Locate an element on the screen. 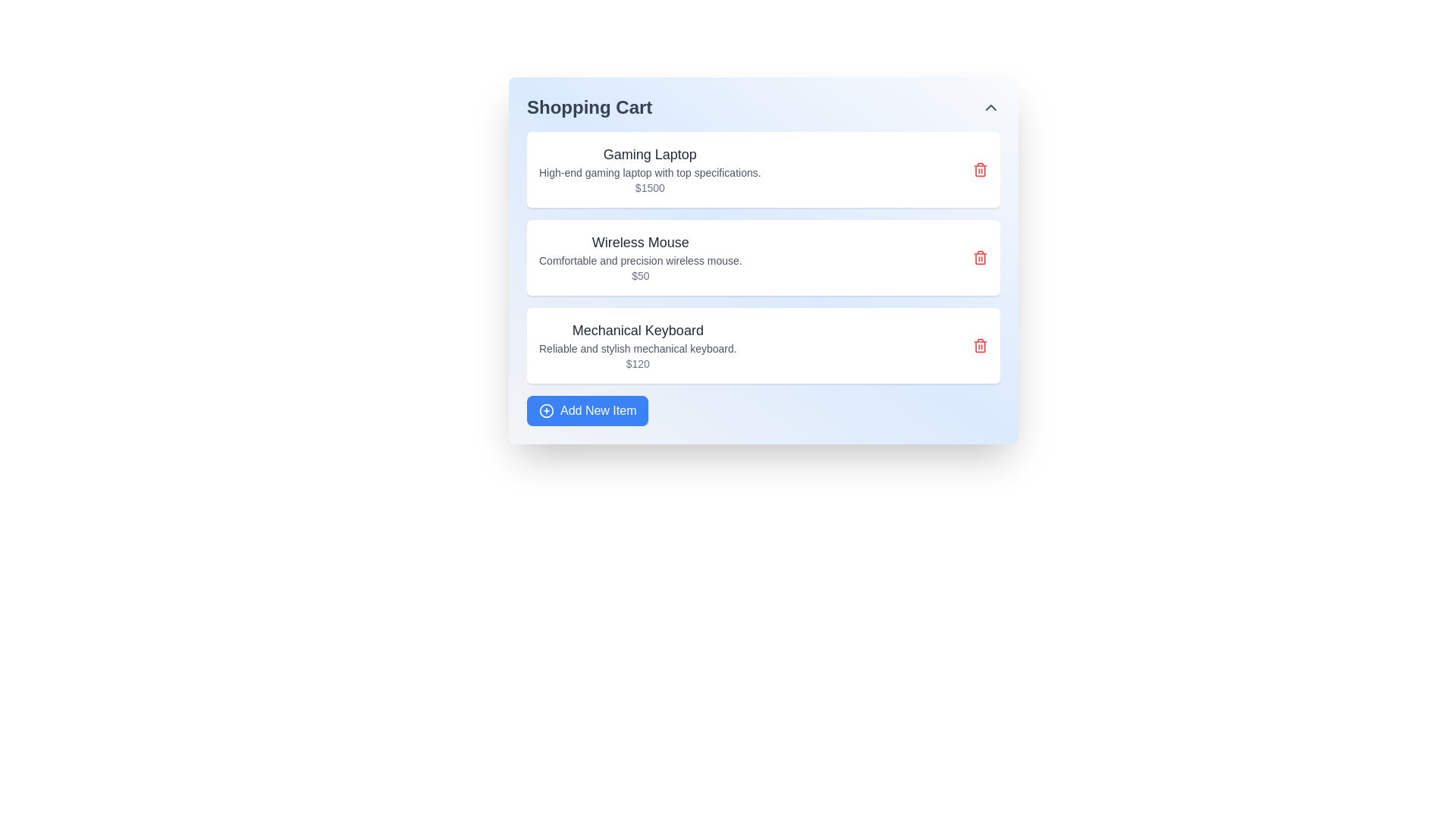 The image size is (1456, 819). the product card displaying the wireless mouse's name, description, and price in the shopping cart interface is located at coordinates (640, 256).